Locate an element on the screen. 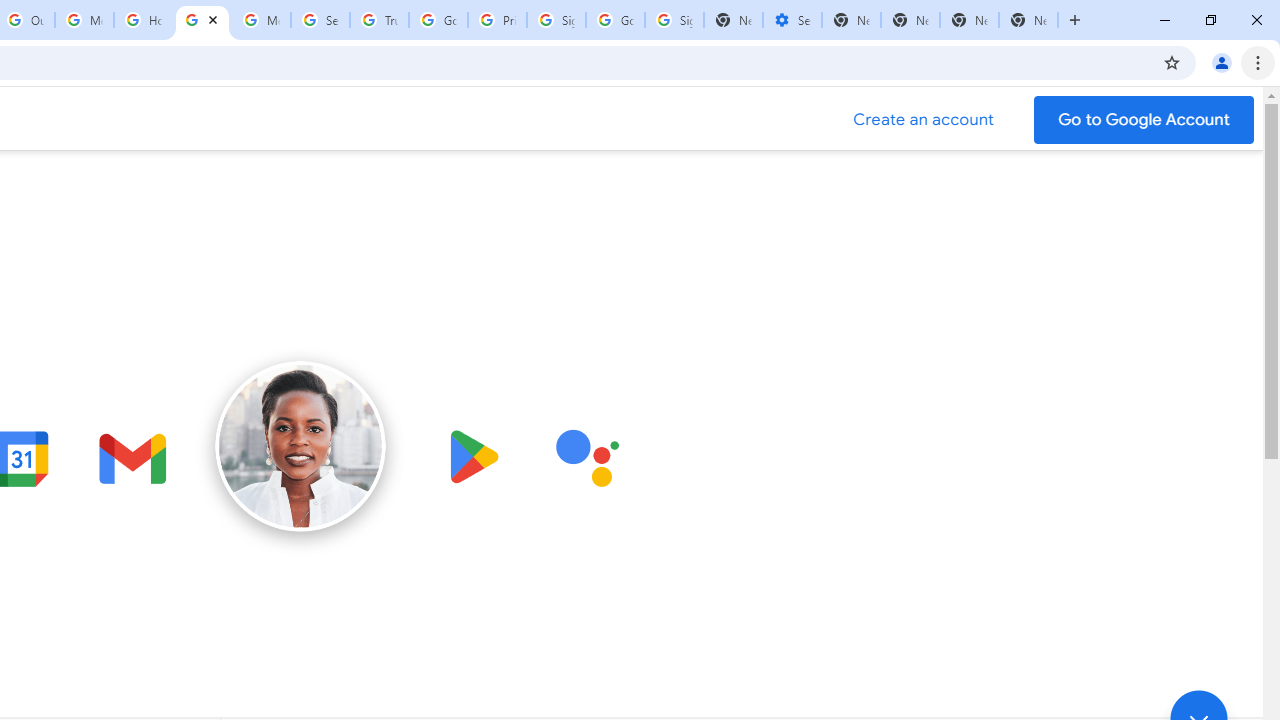 The height and width of the screenshot is (720, 1280). 'Go to your Google Account' is located at coordinates (1144, 119).